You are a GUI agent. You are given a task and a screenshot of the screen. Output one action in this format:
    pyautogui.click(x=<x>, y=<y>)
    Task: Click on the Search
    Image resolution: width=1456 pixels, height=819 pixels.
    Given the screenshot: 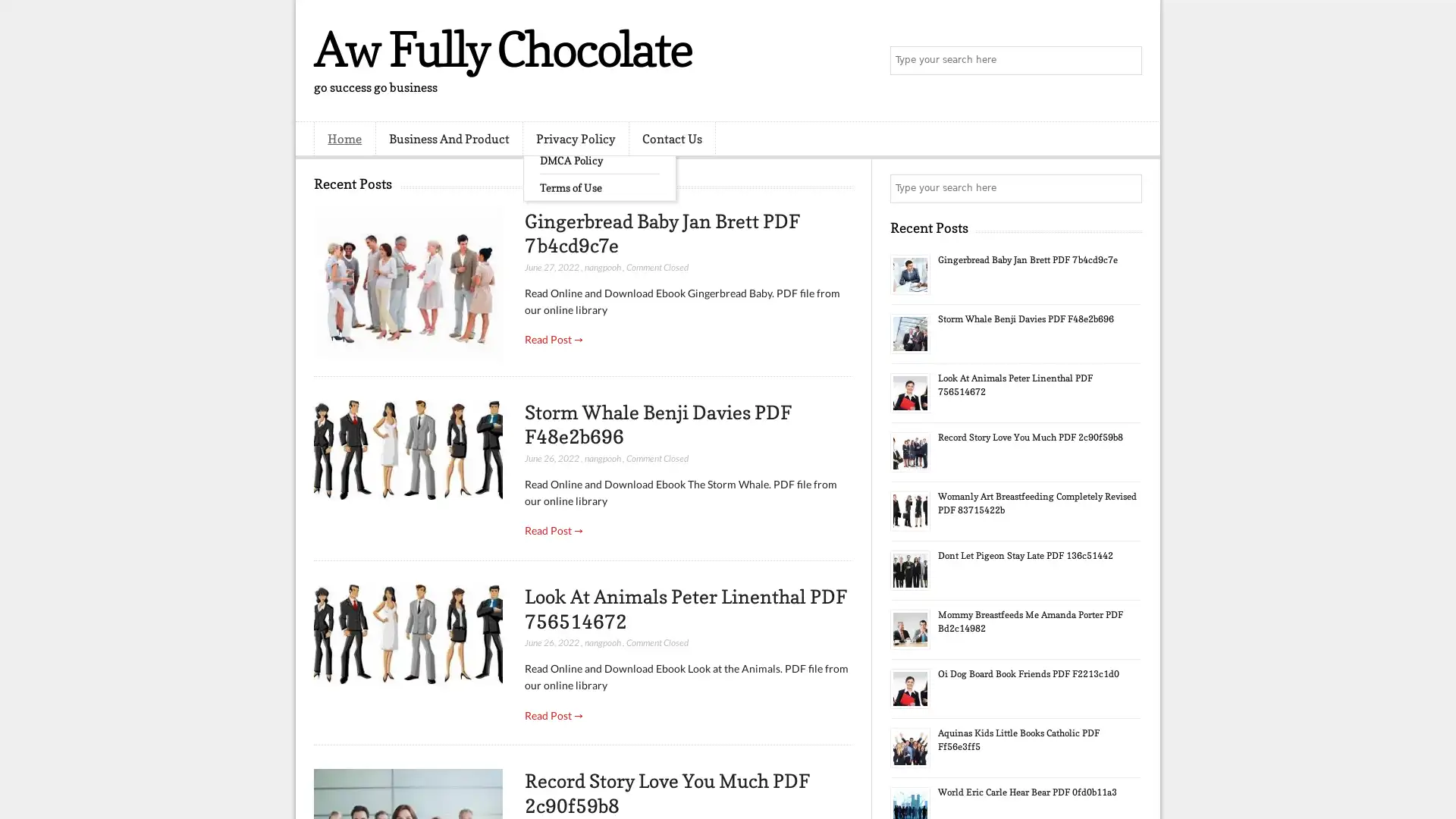 What is the action you would take?
    pyautogui.click(x=1126, y=188)
    